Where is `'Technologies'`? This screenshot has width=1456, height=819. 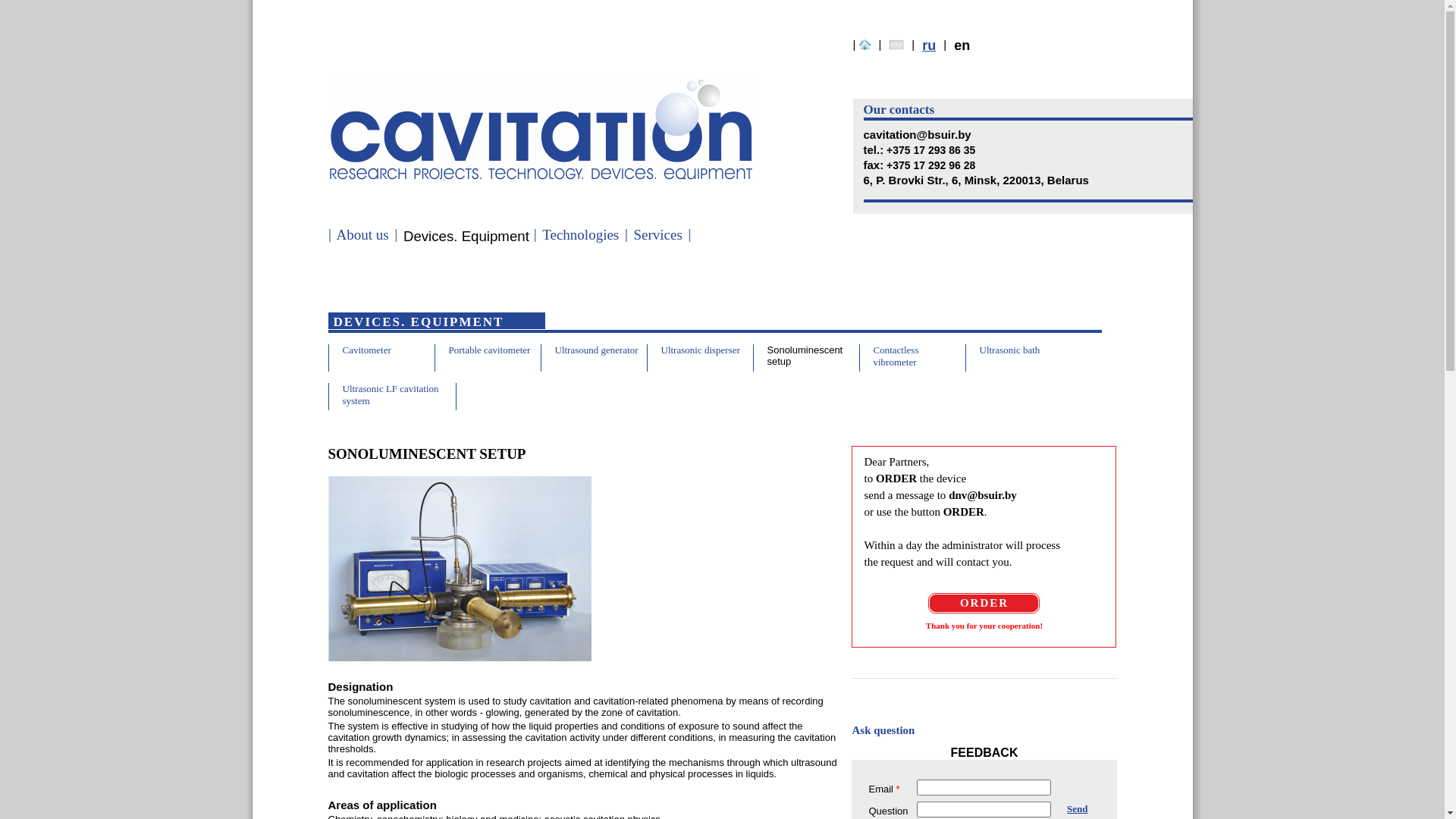 'Technologies' is located at coordinates (542, 234).